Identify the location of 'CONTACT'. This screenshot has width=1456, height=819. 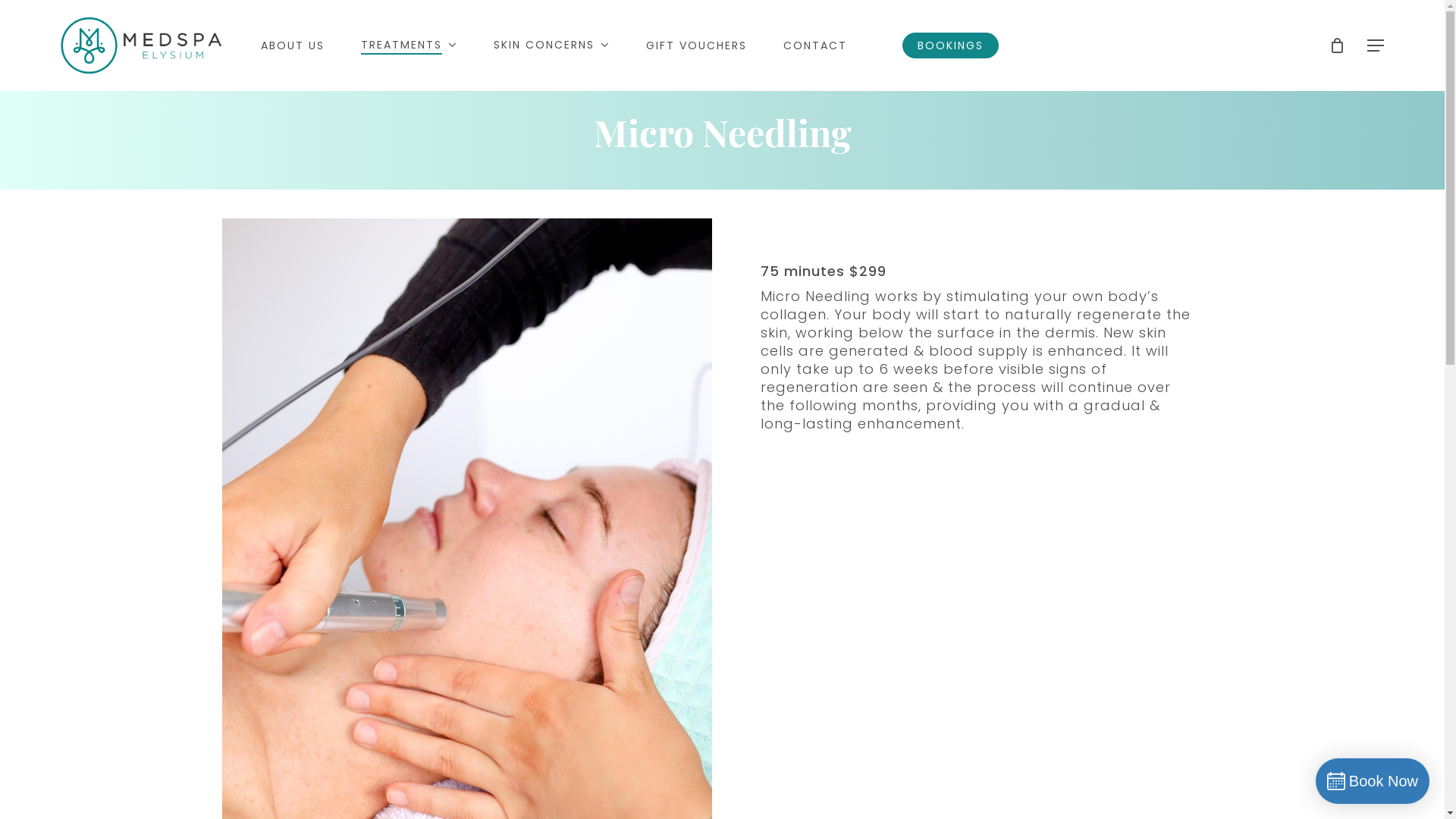
(783, 45).